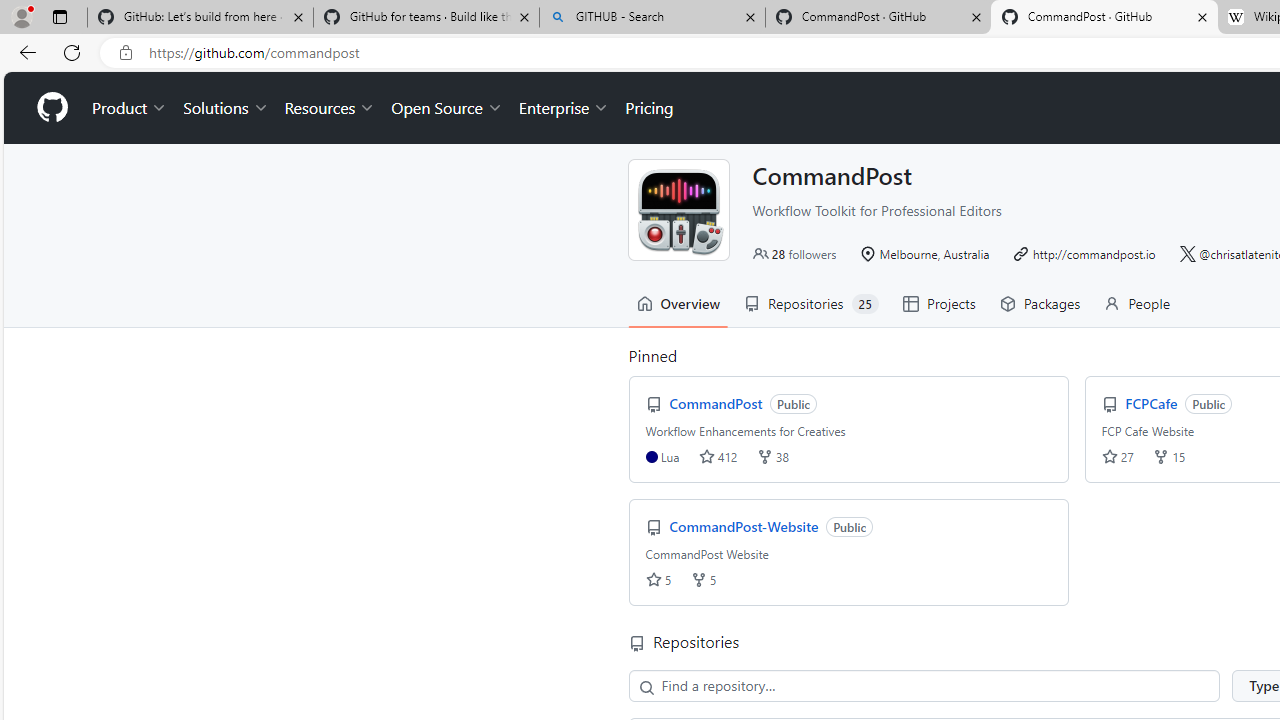 The width and height of the screenshot is (1280, 720). I want to click on 'Projects', so click(937, 303).